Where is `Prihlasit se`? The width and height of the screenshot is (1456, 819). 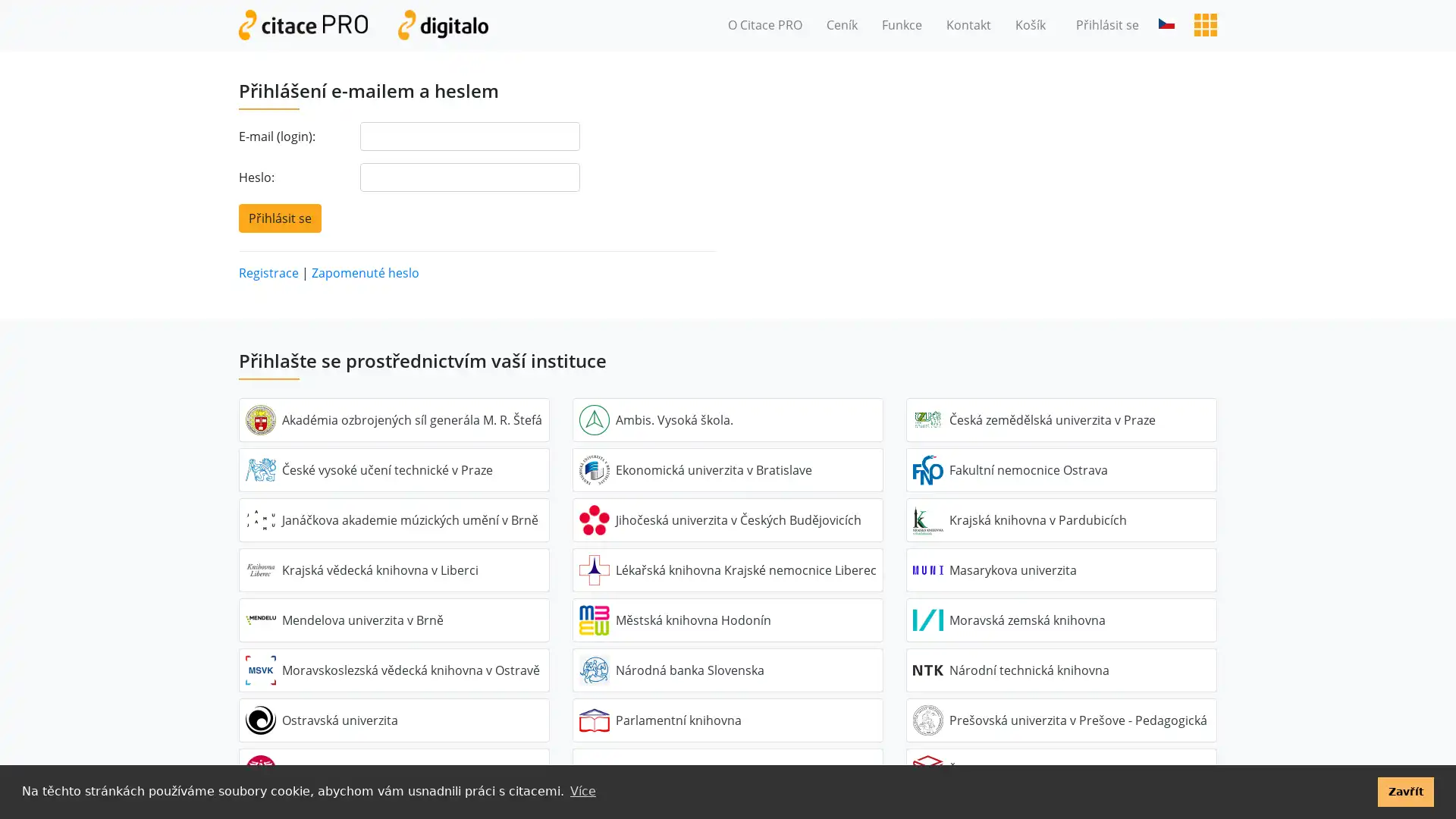 Prihlasit se is located at coordinates (280, 217).